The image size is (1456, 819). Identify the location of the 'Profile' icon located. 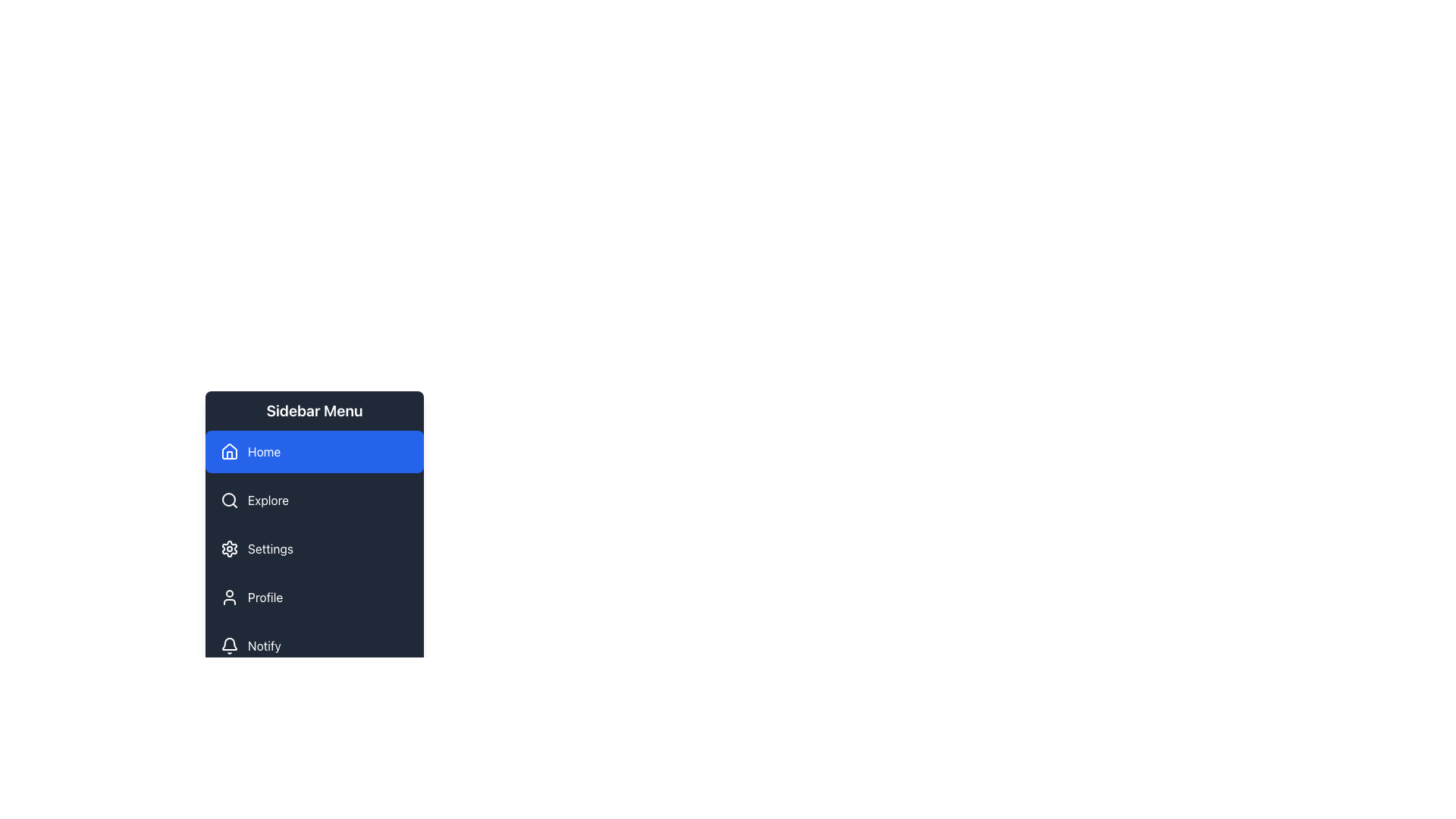
(228, 596).